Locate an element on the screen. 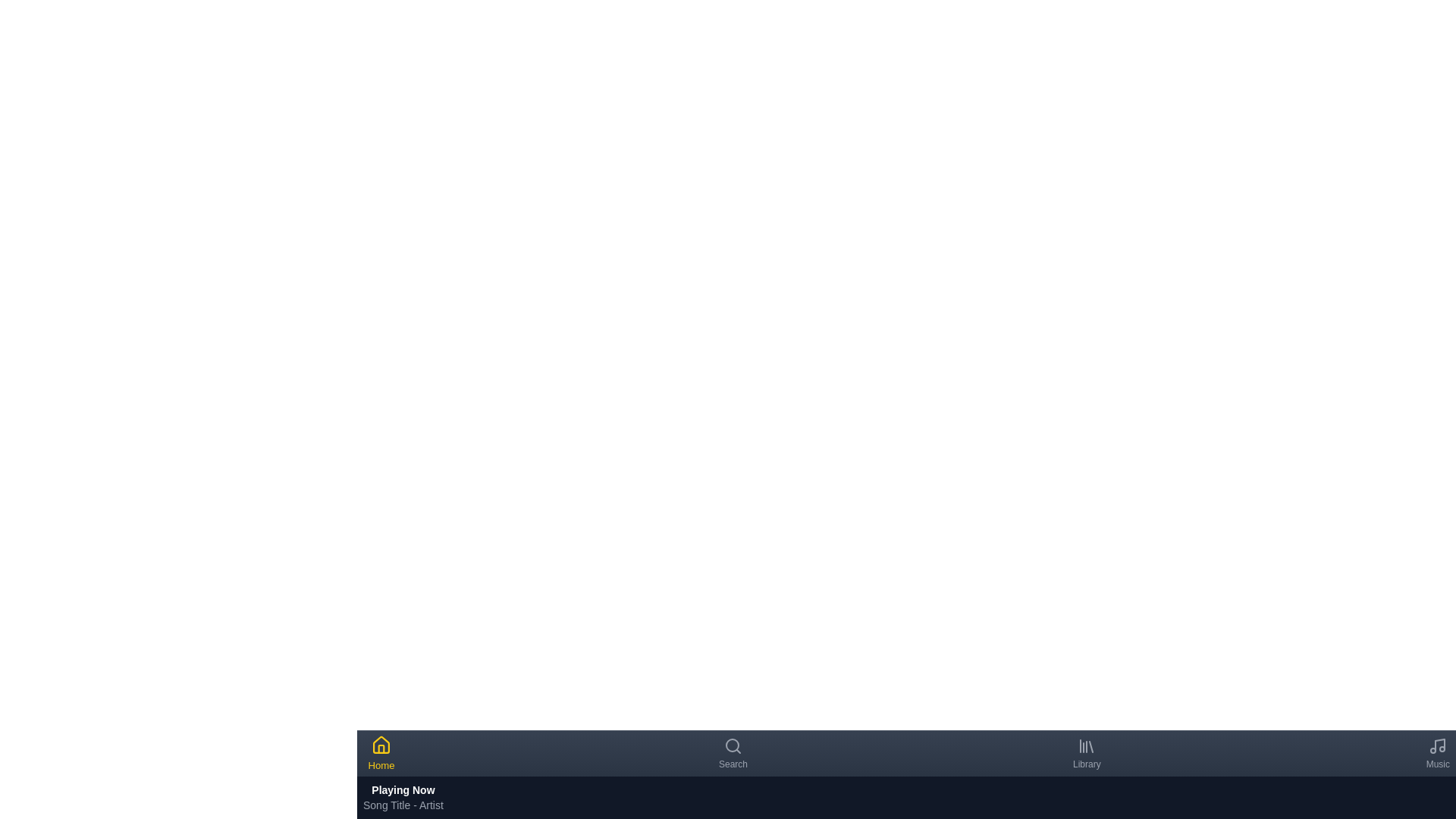  the Search navigation tab is located at coordinates (733, 754).